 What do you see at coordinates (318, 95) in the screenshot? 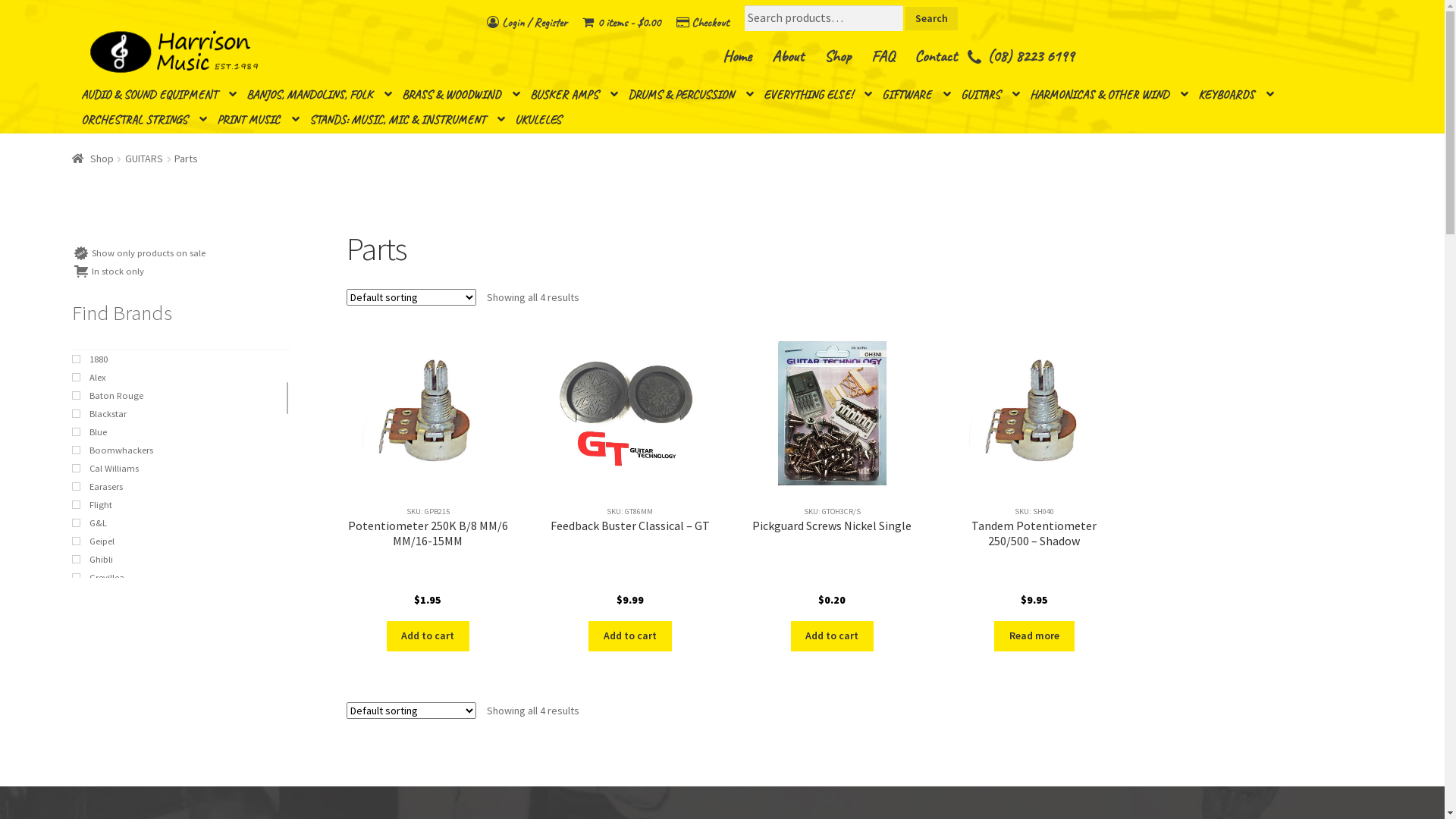
I see `'BANJOS, MANDOLINS, FOLK'` at bounding box center [318, 95].